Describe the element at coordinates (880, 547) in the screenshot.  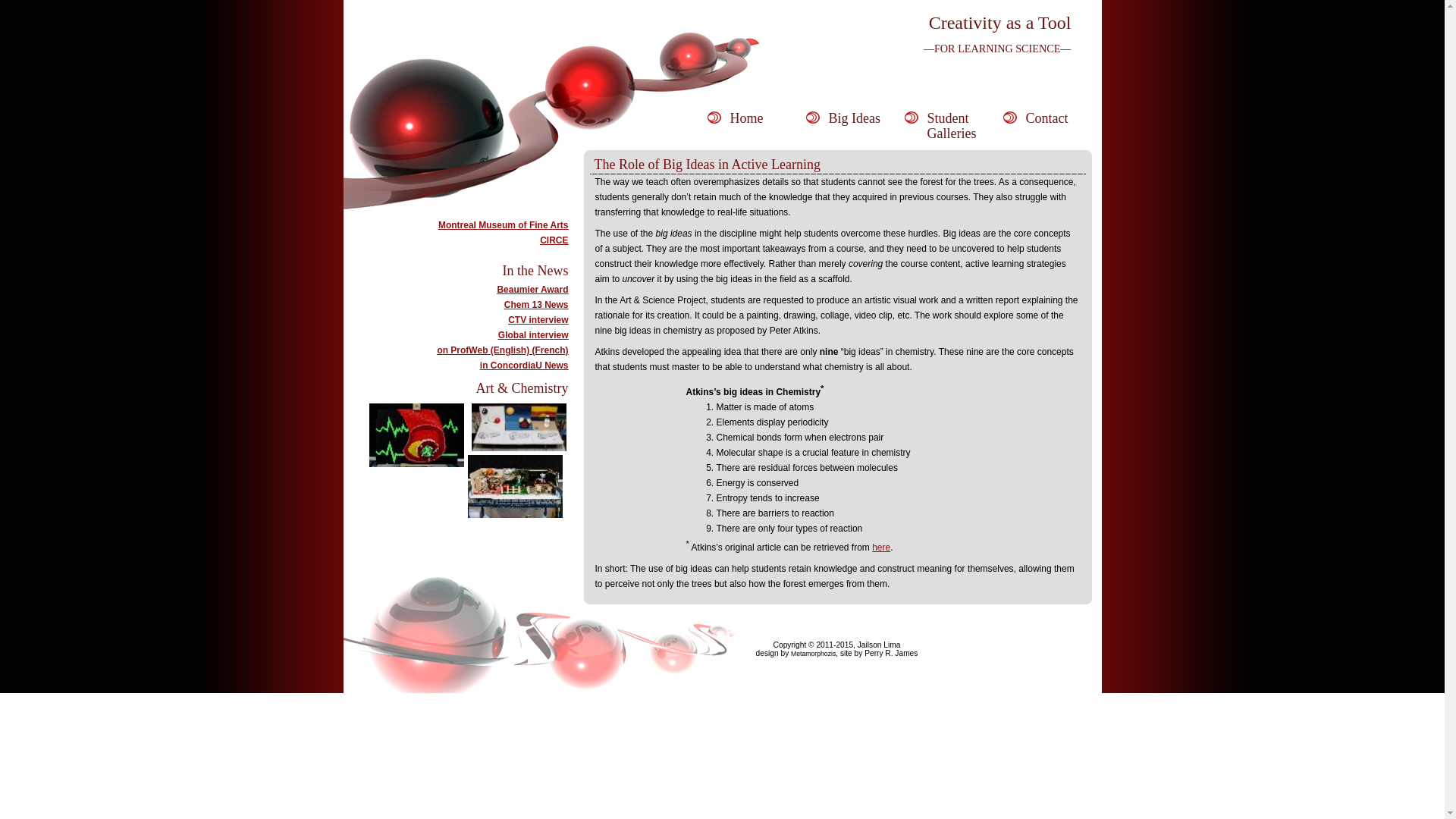
I see `'here'` at that location.